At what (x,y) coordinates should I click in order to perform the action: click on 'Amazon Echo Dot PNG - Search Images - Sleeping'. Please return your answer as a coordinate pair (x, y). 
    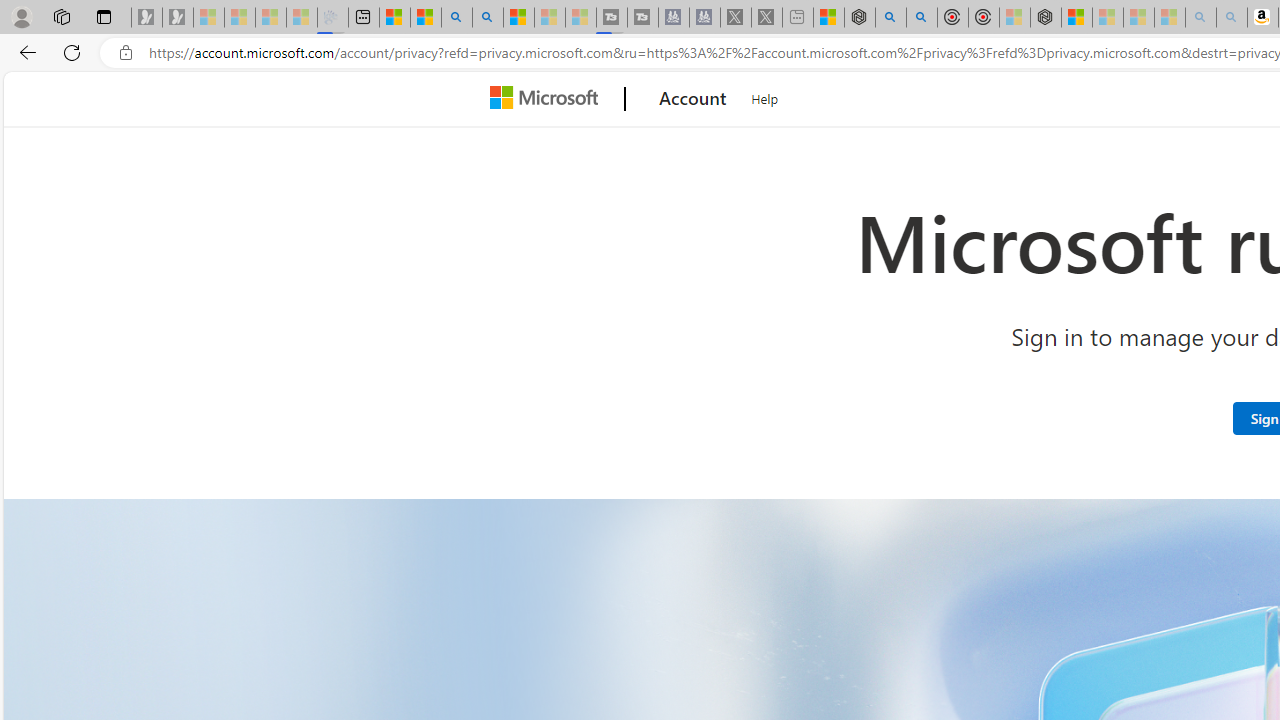
    Looking at the image, I should click on (1231, 17).